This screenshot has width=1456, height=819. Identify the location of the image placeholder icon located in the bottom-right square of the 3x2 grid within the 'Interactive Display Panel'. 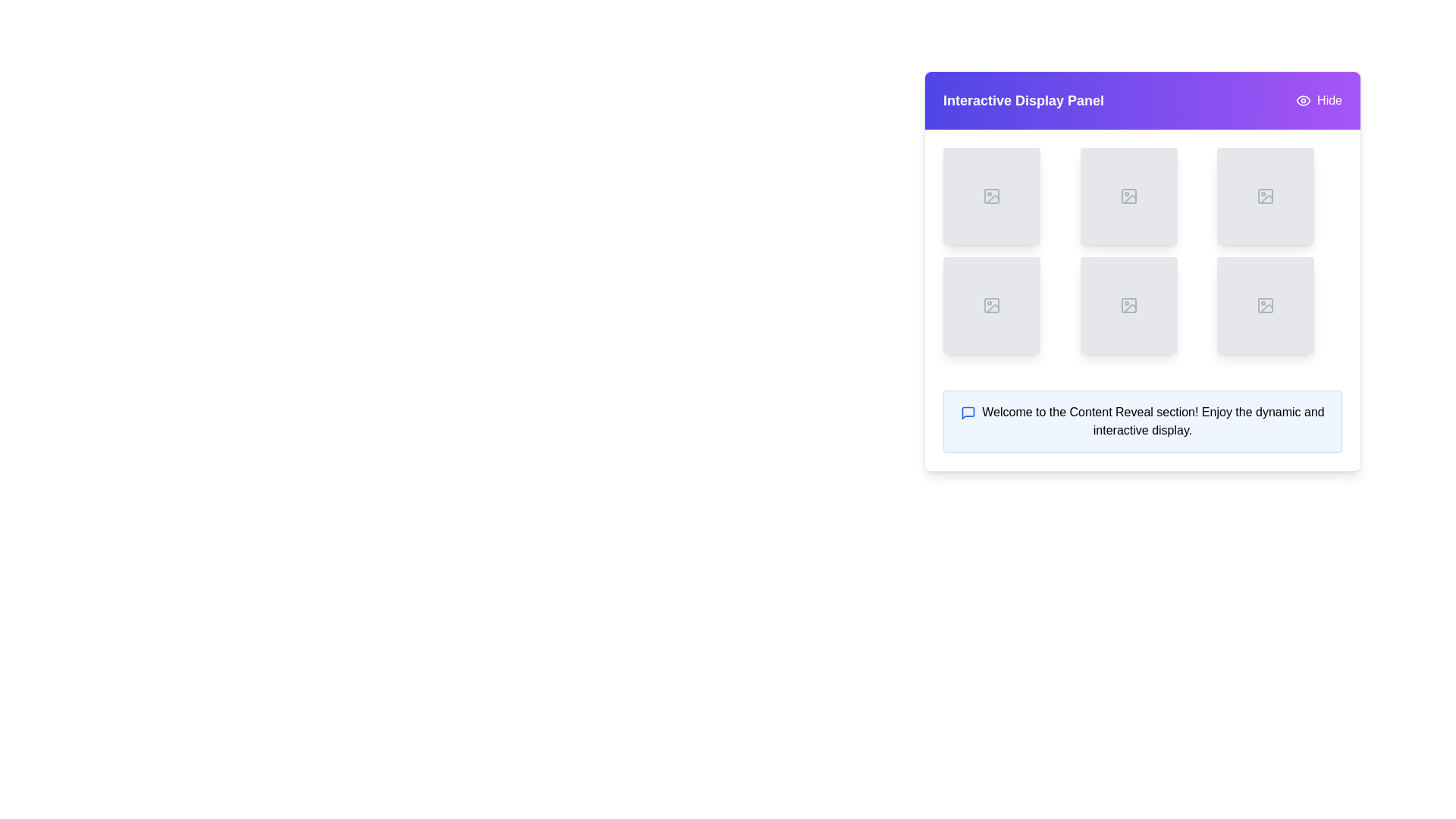
(1266, 305).